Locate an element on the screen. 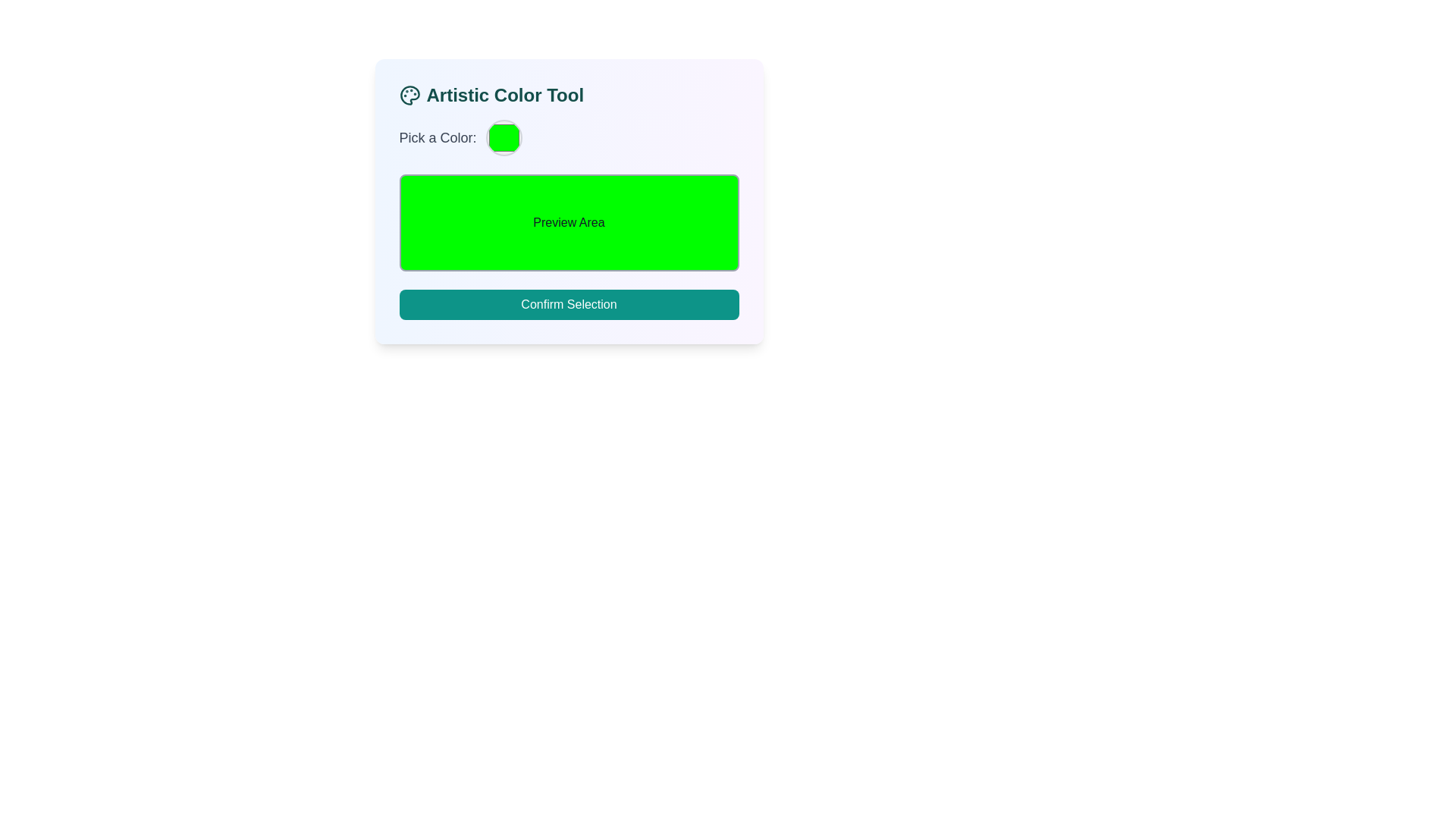  the green preview area labeled 'Preview Area' in the color picker component of the 'Artistic Color Tool' is located at coordinates (568, 219).